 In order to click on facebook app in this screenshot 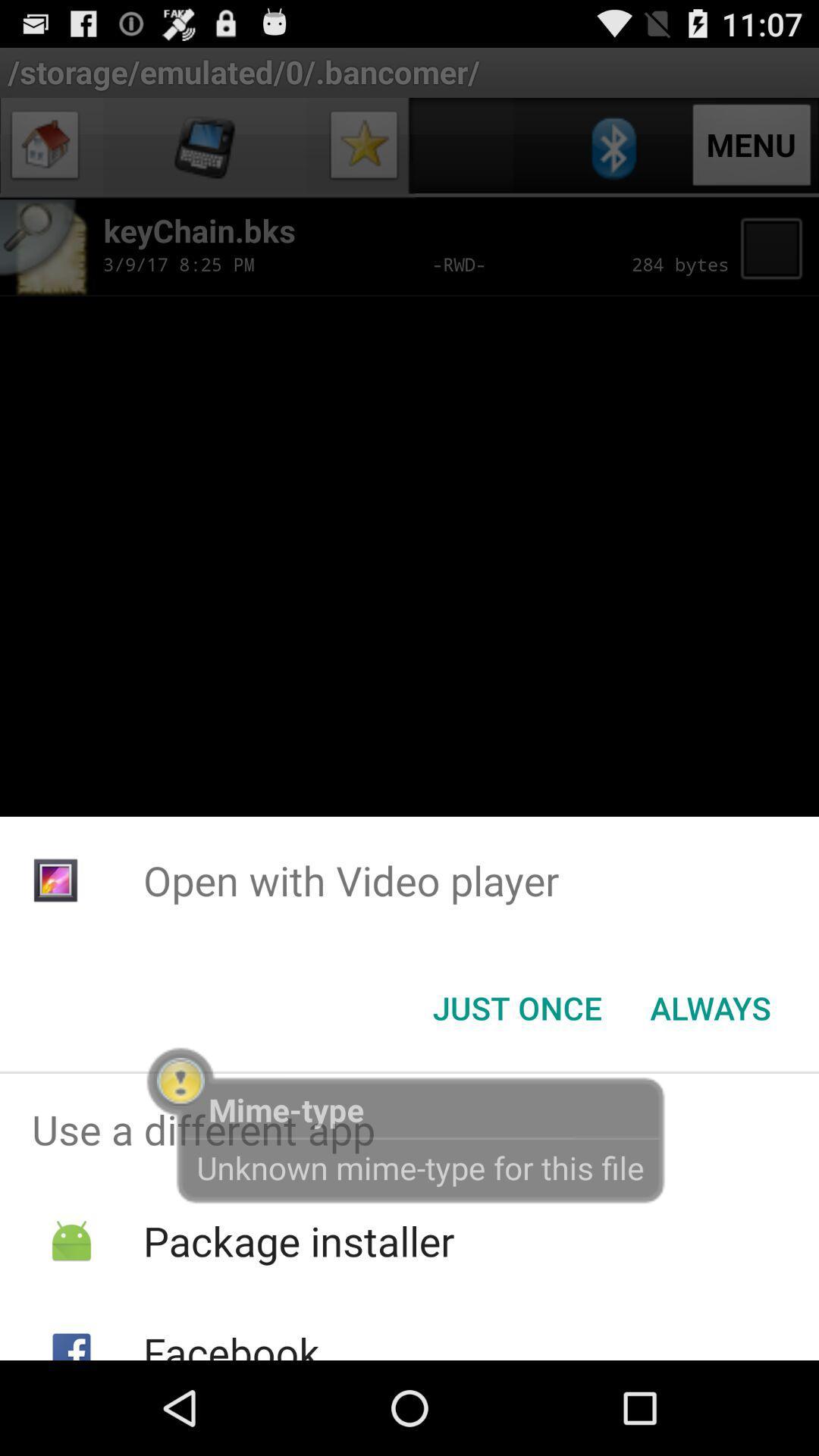, I will do `click(231, 1342)`.